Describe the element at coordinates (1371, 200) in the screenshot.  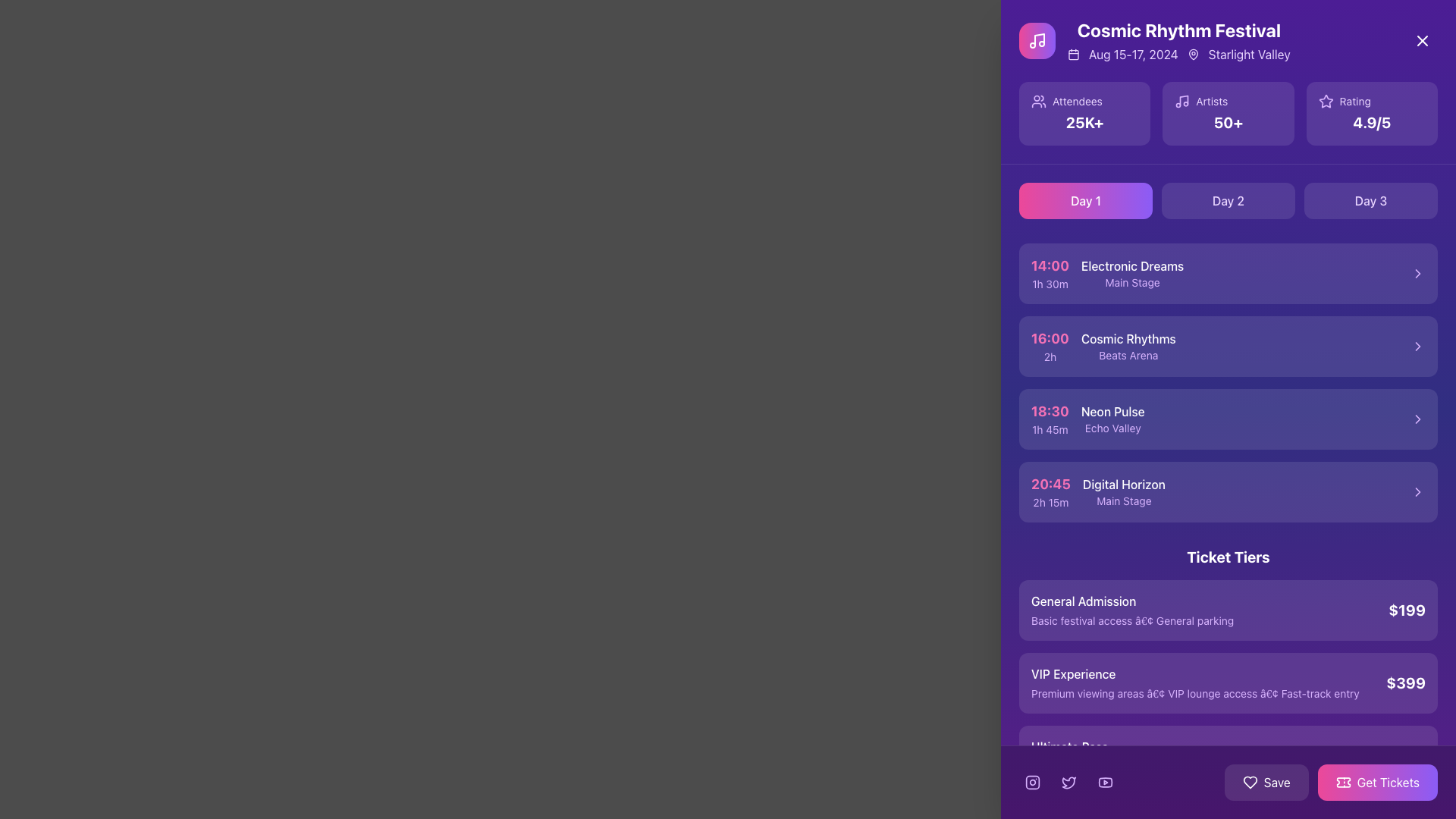
I see `the 'Day 3' tab in the top-right menu` at that location.